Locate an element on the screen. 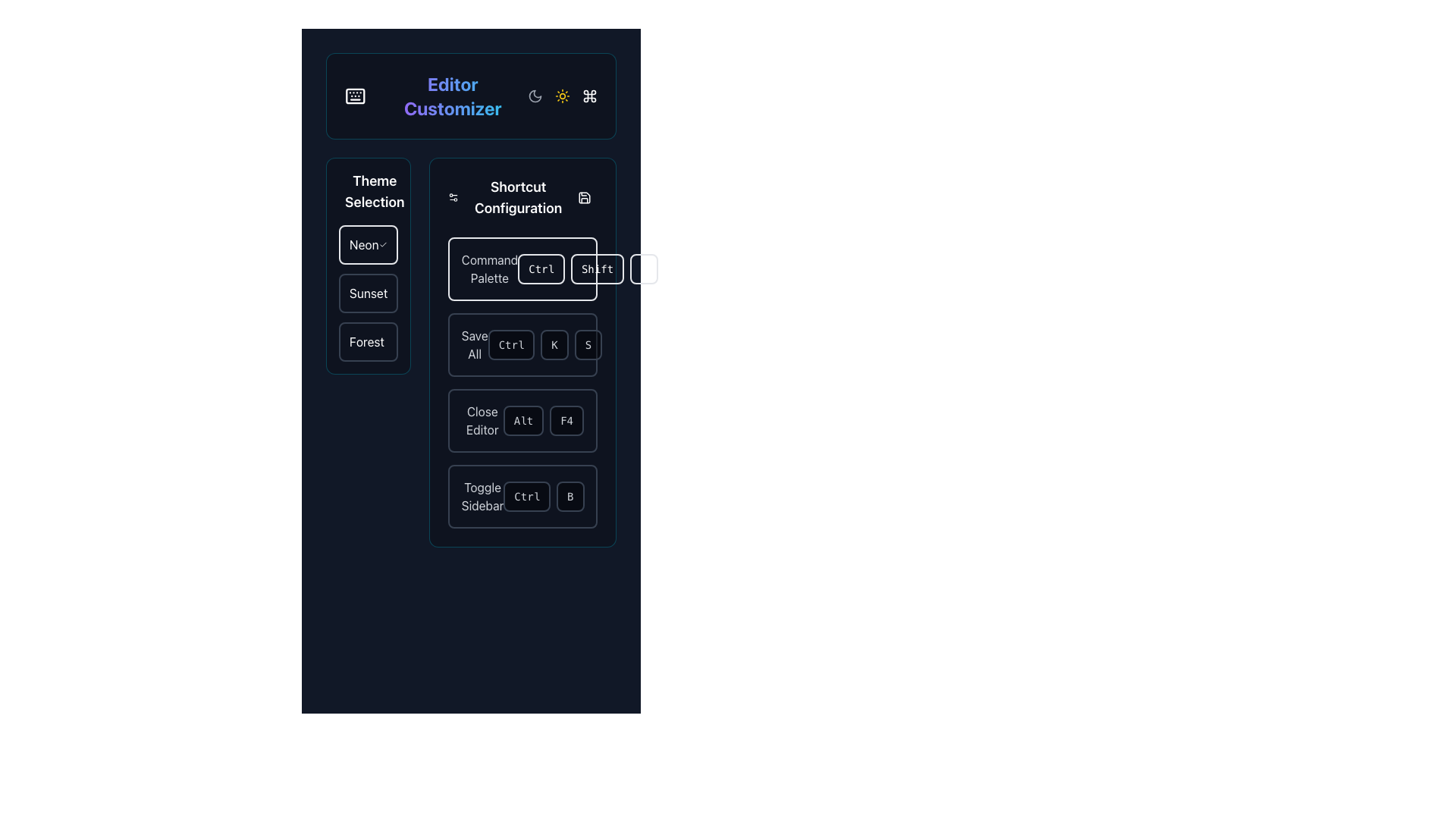 This screenshot has width=1456, height=819. the trio of icons (crescent moon, sun, command symbol) located in the upper-right corner of the 'Editor Customizer' panel is located at coordinates (562, 96).